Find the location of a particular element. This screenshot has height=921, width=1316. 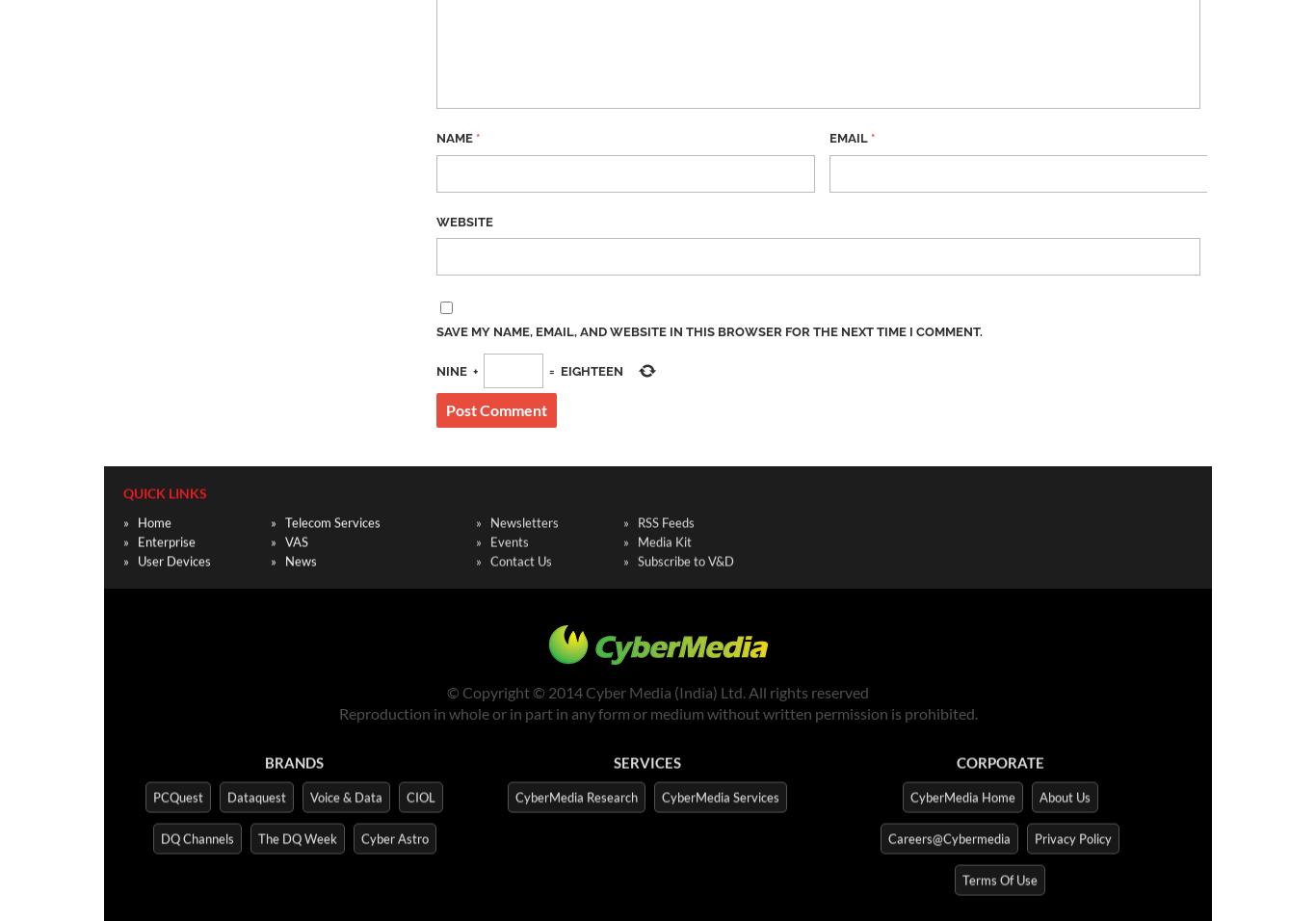

'Cyber Astro' is located at coordinates (359, 834).